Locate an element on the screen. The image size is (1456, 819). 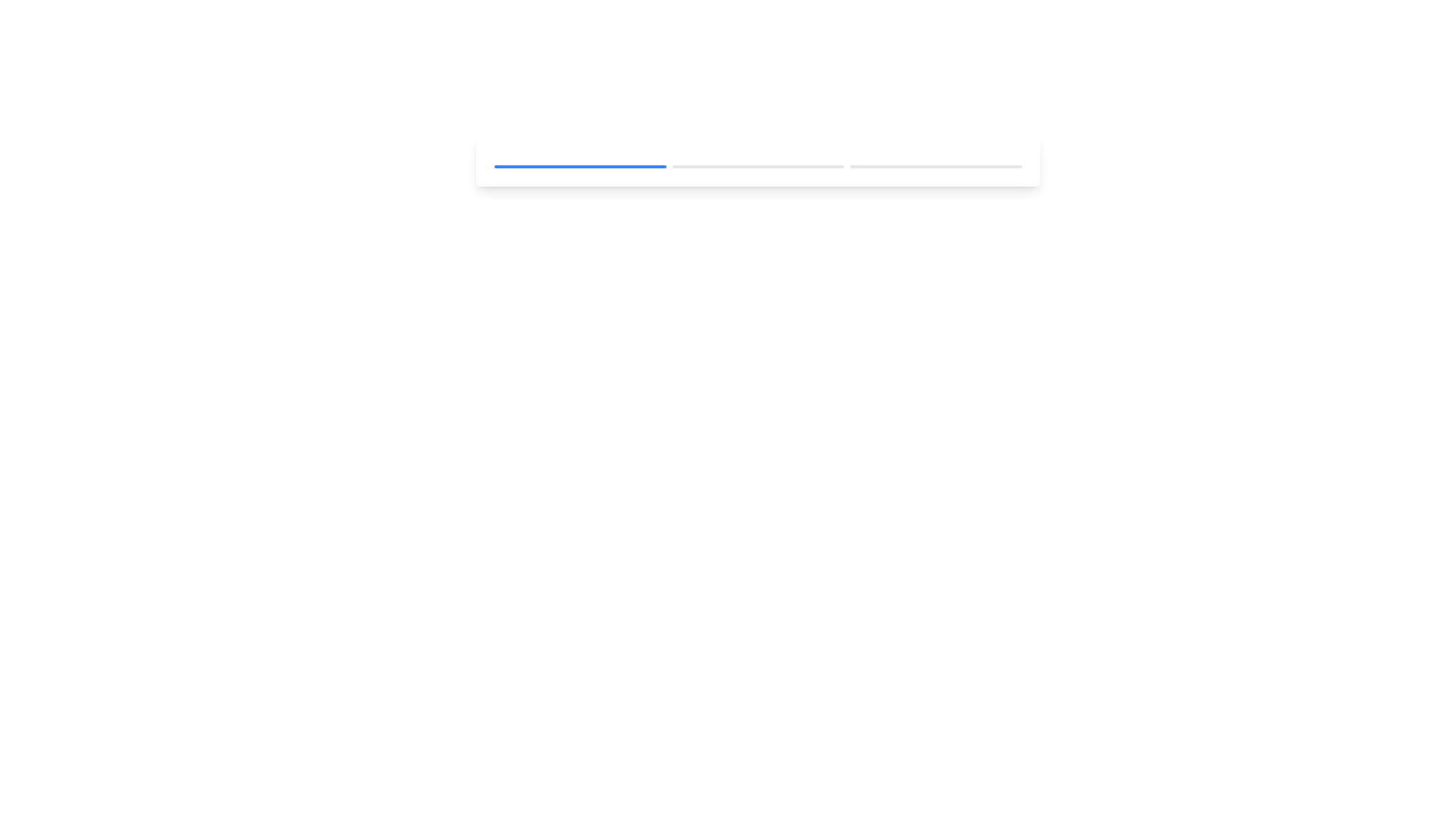
the slider is located at coordinates (795, 166).